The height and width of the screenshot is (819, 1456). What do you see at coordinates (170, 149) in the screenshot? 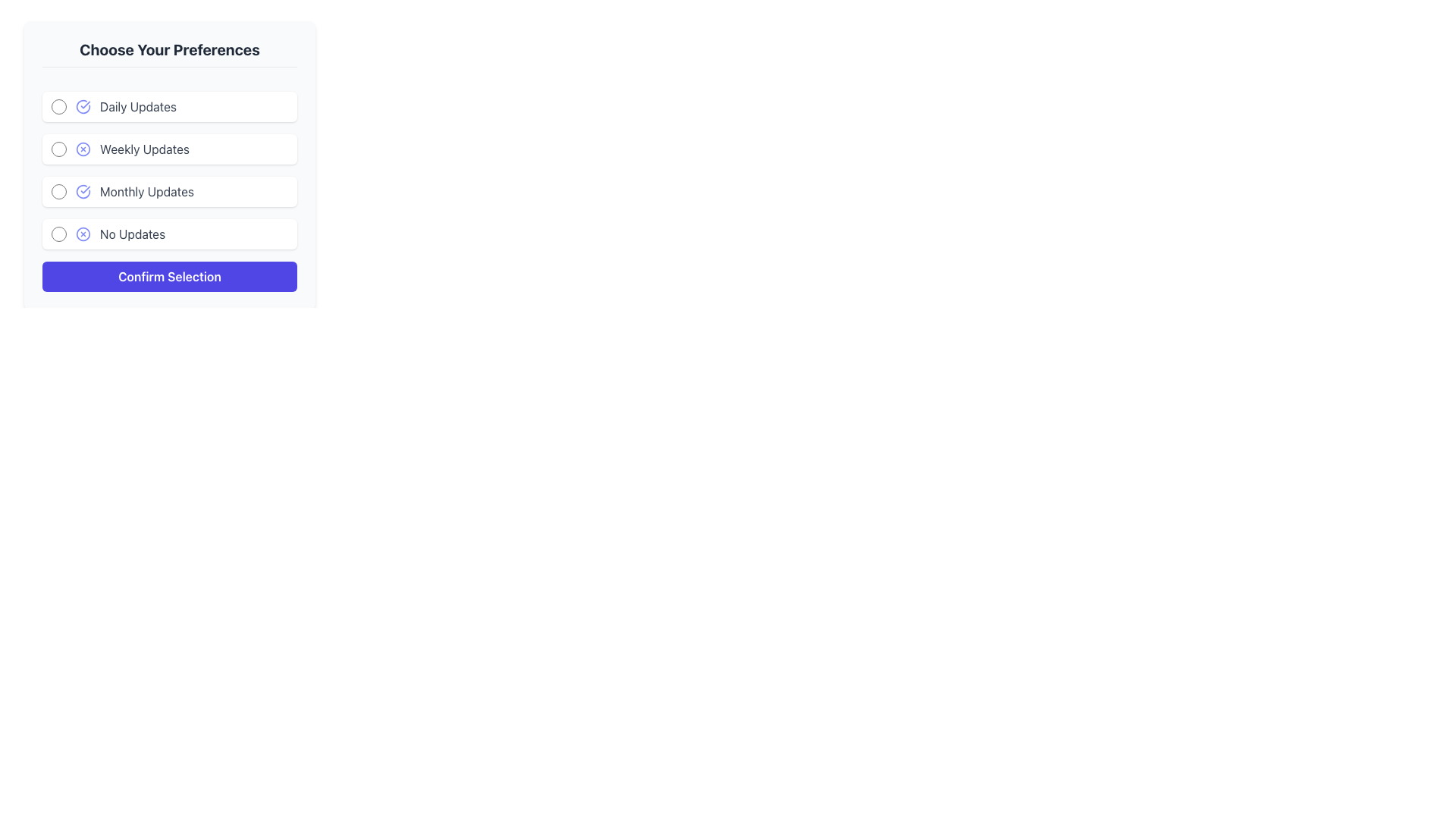
I see `the 'Weekly Updates' radio button option` at bounding box center [170, 149].